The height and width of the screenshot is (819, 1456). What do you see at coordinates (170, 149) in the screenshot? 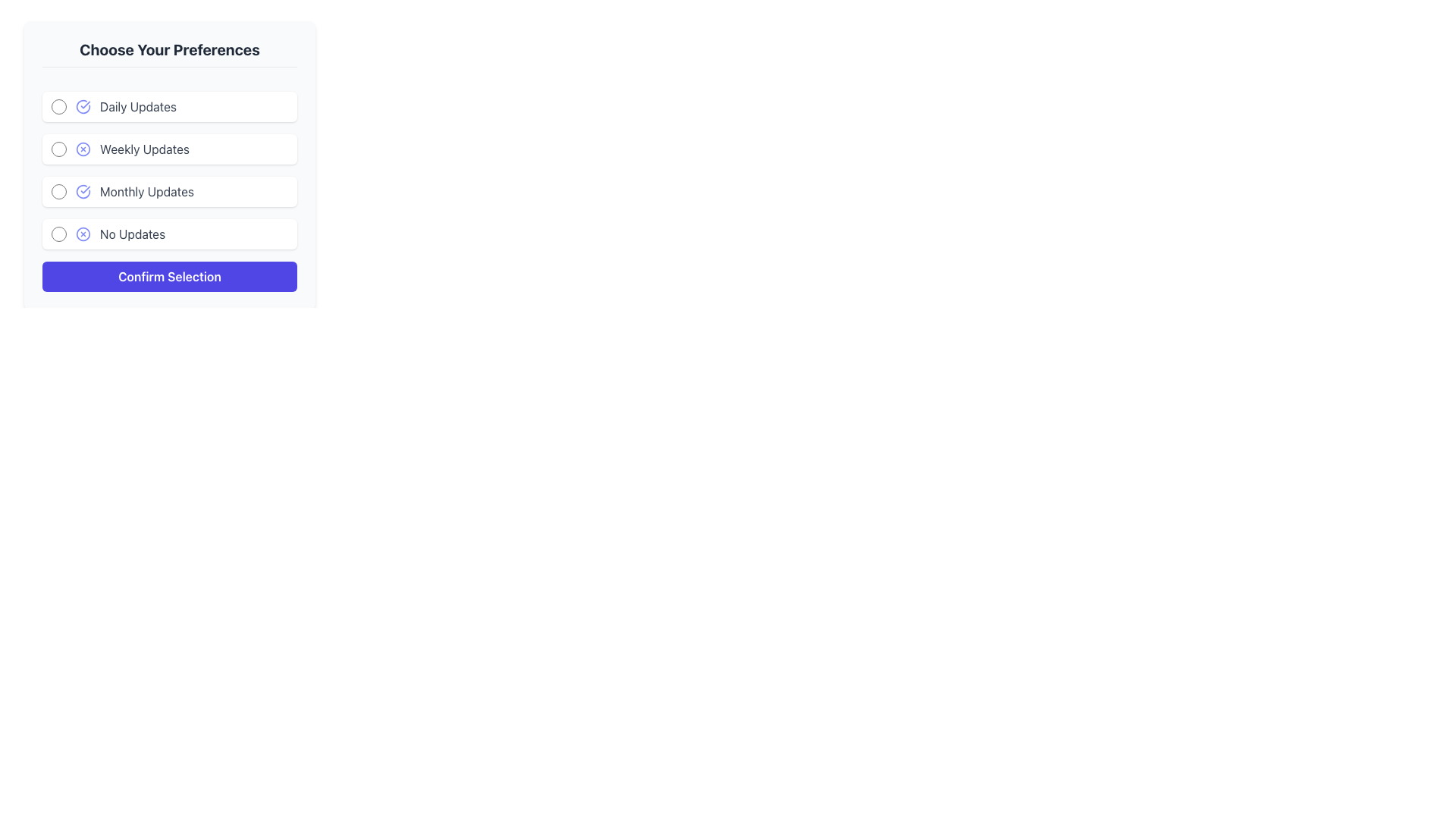
I see `the 'Weekly Updates' radio button option` at bounding box center [170, 149].